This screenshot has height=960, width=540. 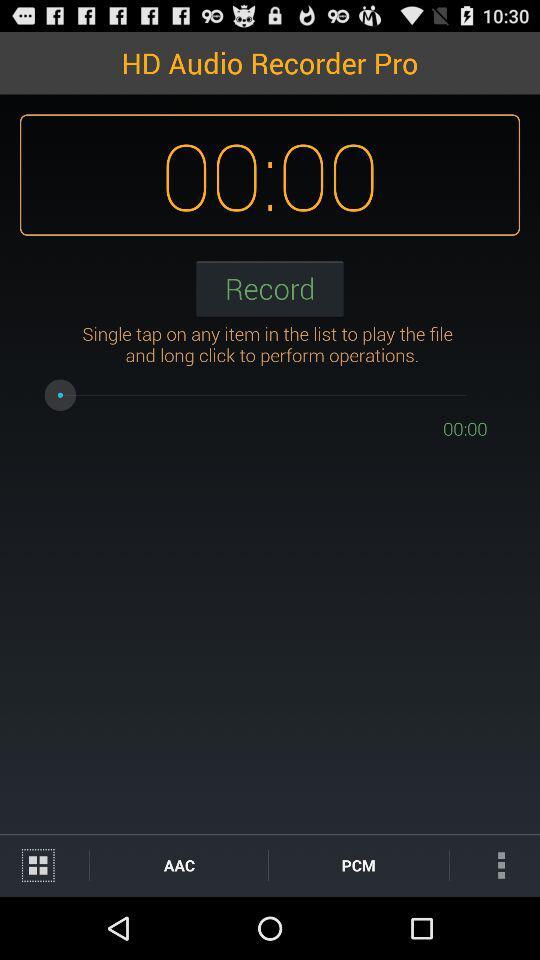 What do you see at coordinates (44, 864) in the screenshot?
I see `the icon to the left of aac icon` at bounding box center [44, 864].